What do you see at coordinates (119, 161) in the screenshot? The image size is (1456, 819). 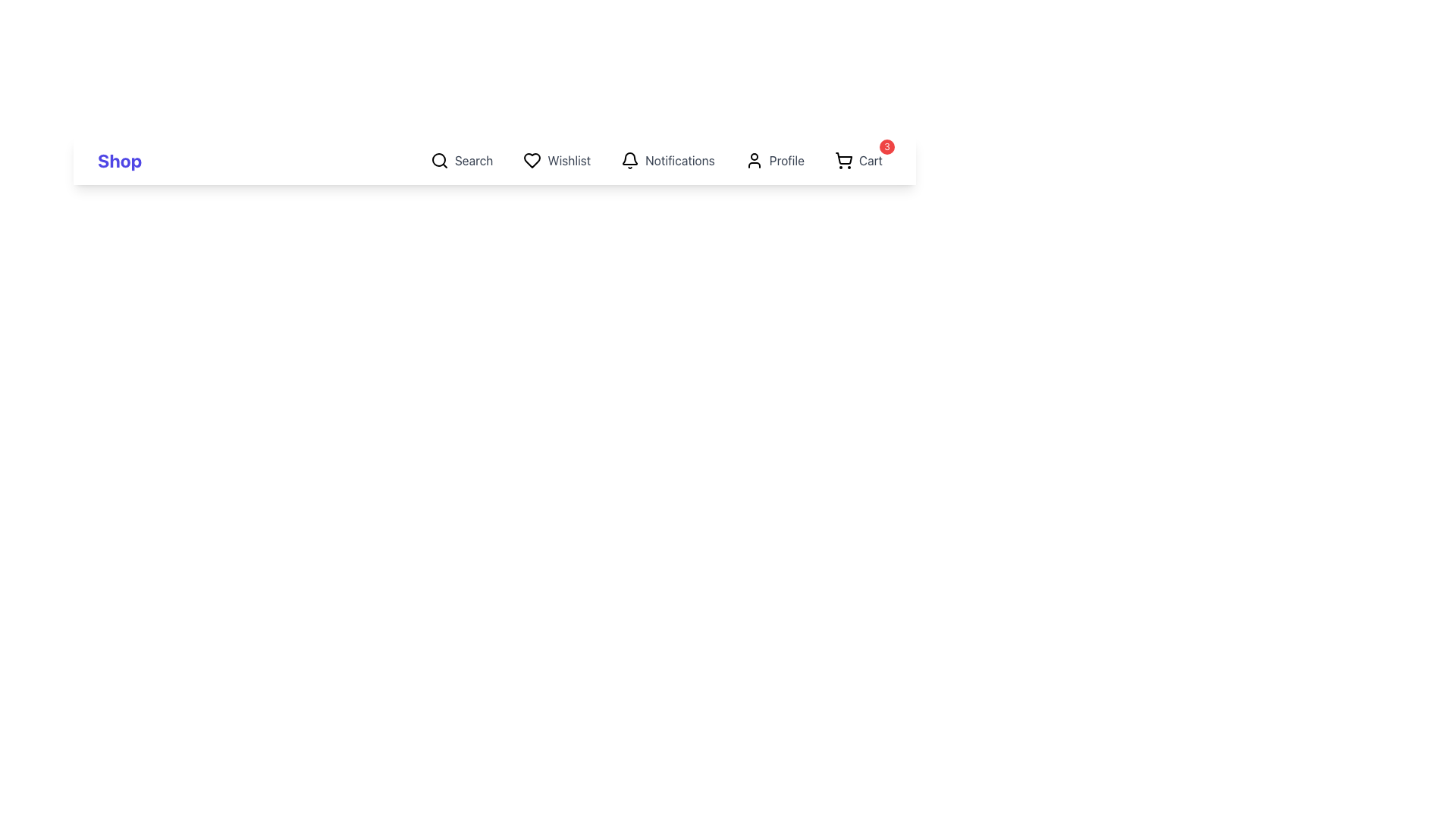 I see `the standalone text label or link in the header section` at bounding box center [119, 161].